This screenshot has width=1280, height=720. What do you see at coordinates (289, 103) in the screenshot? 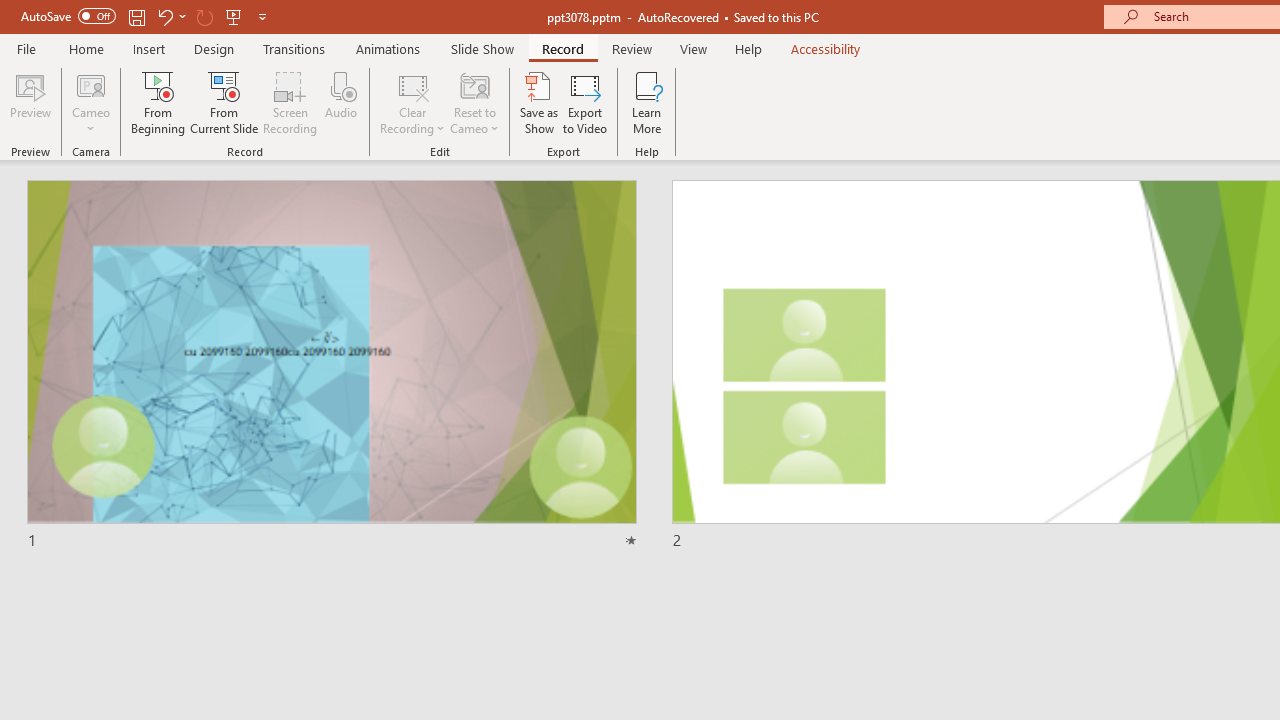
I see `'Screen Recording'` at bounding box center [289, 103].